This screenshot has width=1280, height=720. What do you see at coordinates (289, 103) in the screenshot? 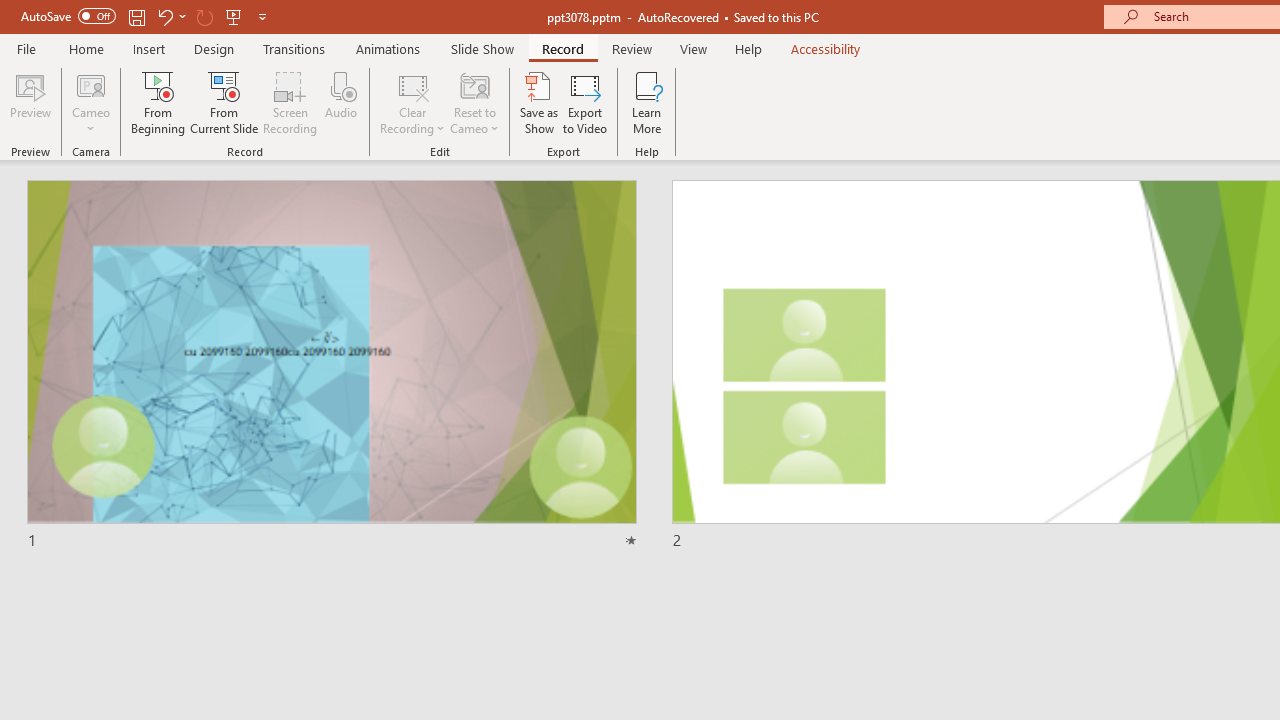
I see `'Screen Recording'` at bounding box center [289, 103].